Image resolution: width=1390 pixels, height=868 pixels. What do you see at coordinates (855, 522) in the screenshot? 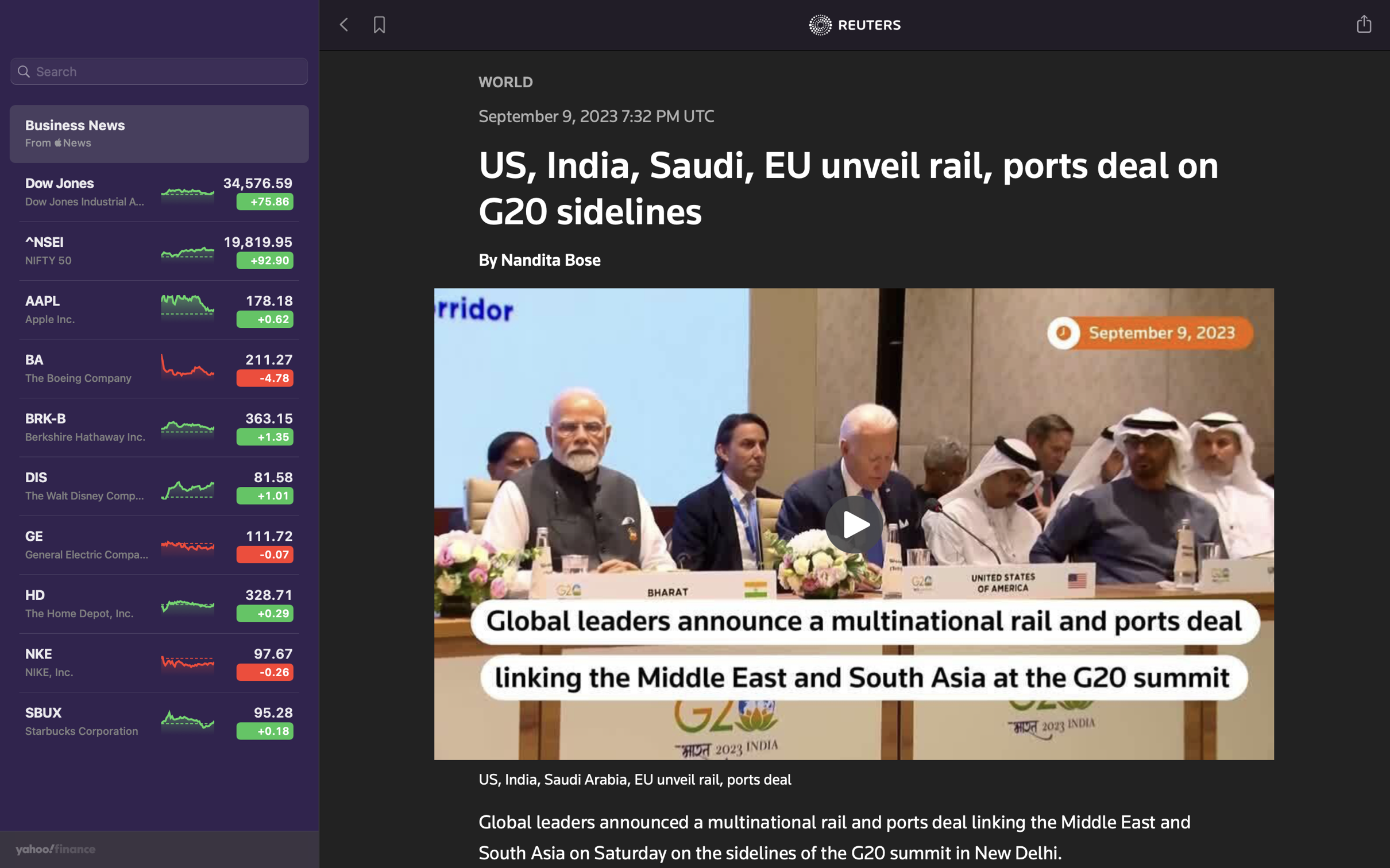
I see `Play video of the news` at bounding box center [855, 522].